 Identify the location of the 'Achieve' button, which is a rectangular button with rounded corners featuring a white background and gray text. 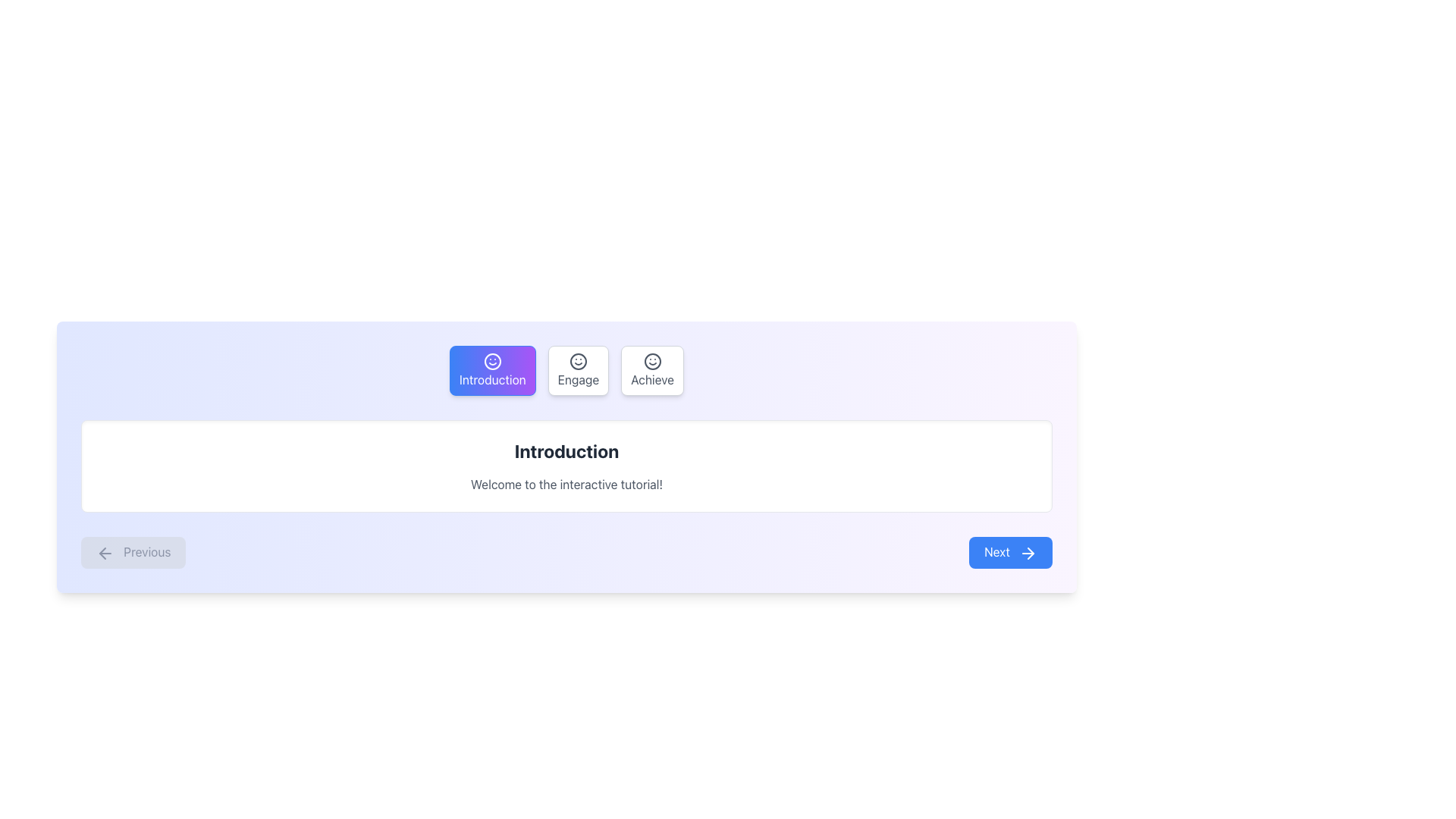
(652, 371).